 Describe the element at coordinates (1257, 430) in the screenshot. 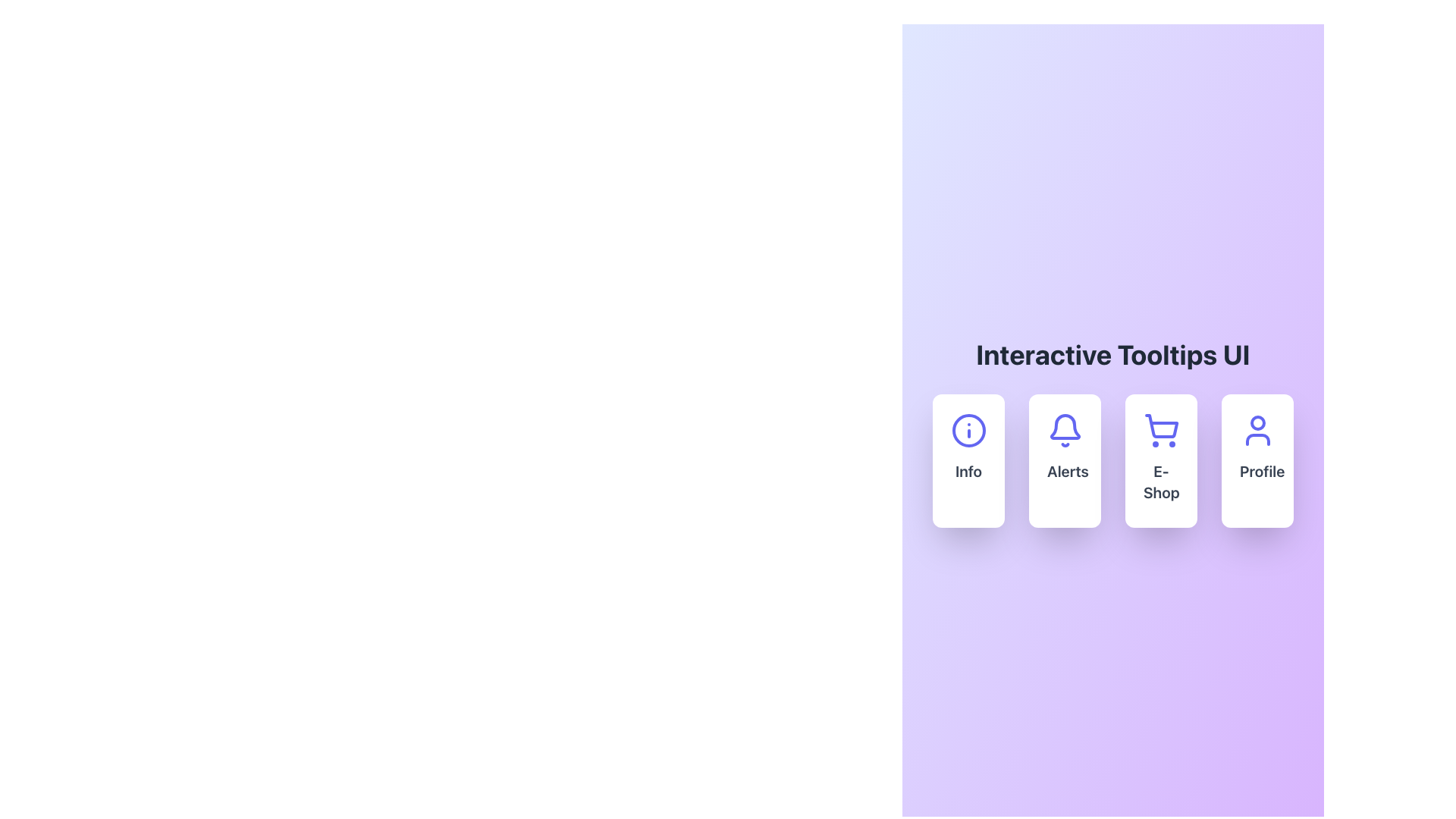

I see `the user profile icon, which is styled in minimalist line art and is located centrally within the 'Profile' card in the UI` at that location.